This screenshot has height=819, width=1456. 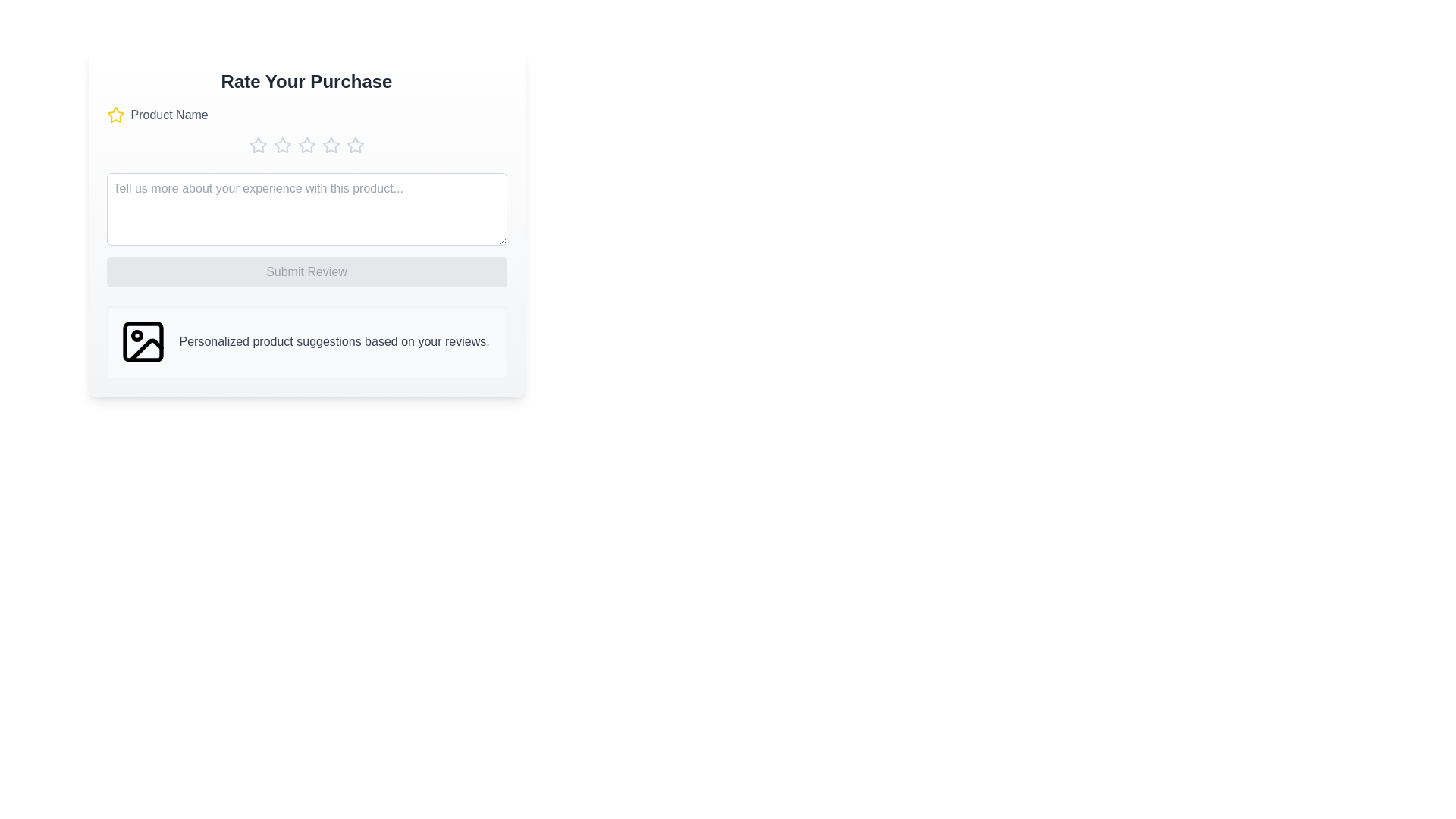 What do you see at coordinates (354, 146) in the screenshot?
I see `the star corresponding to the rating 5` at bounding box center [354, 146].